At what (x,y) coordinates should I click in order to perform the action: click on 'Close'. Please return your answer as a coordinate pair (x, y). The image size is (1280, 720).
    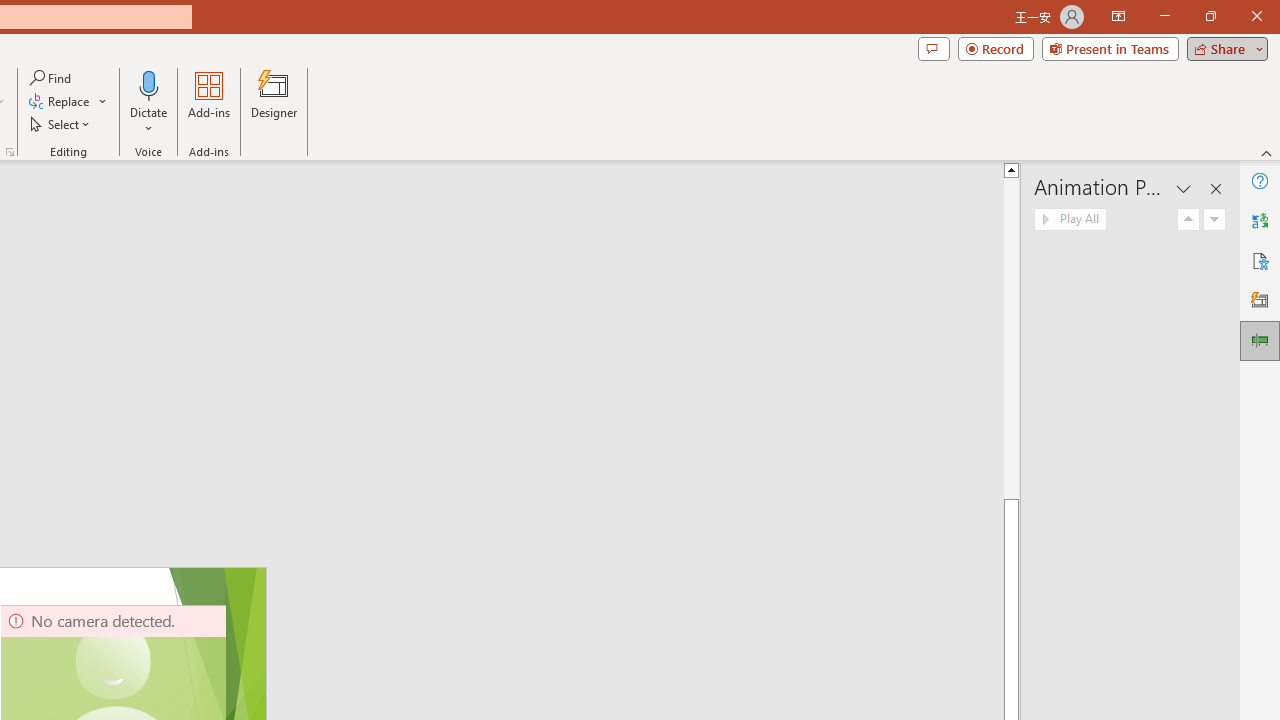
    Looking at the image, I should click on (1255, 16).